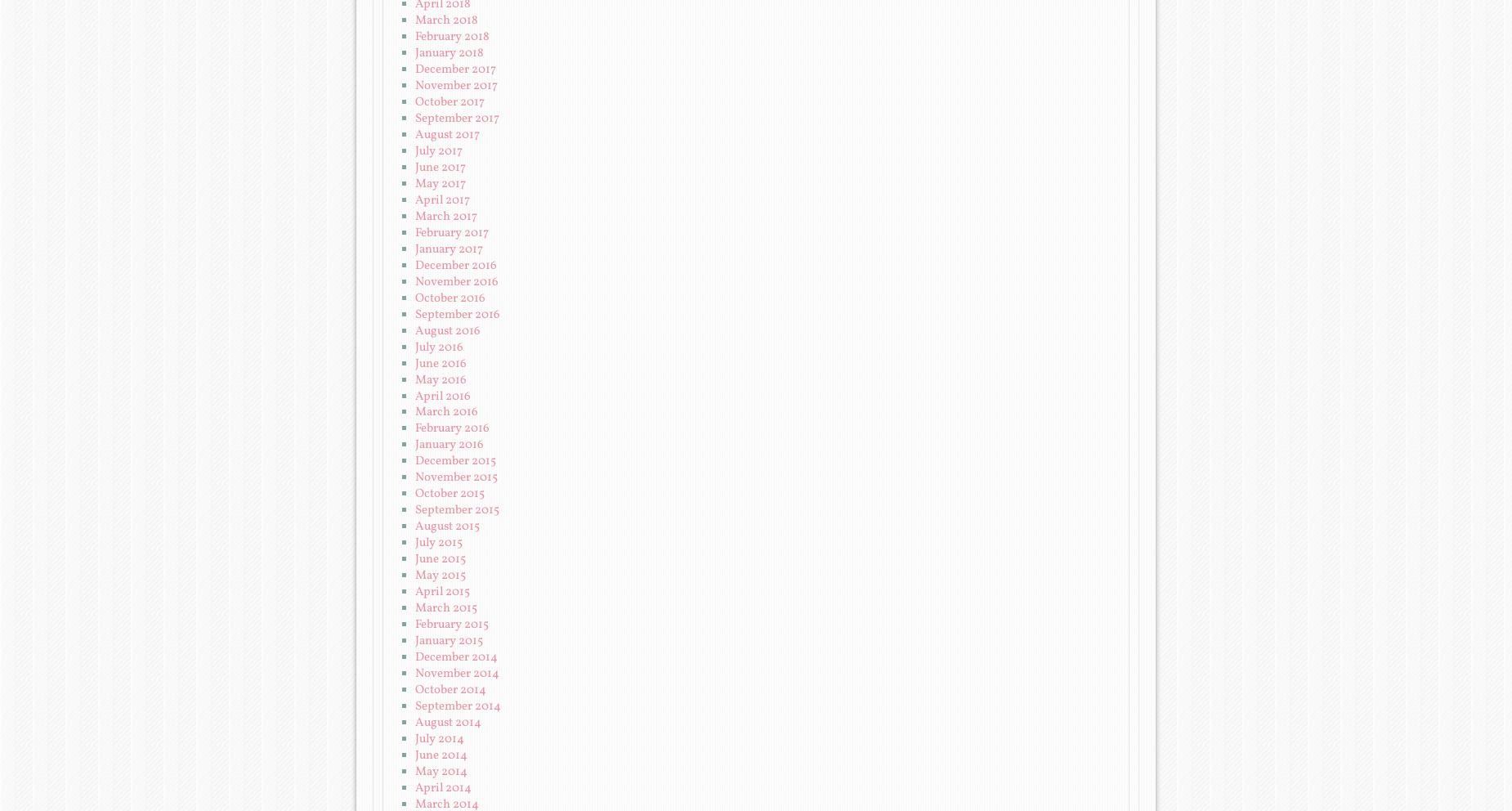  Describe the element at coordinates (455, 68) in the screenshot. I see `'December 2017'` at that location.